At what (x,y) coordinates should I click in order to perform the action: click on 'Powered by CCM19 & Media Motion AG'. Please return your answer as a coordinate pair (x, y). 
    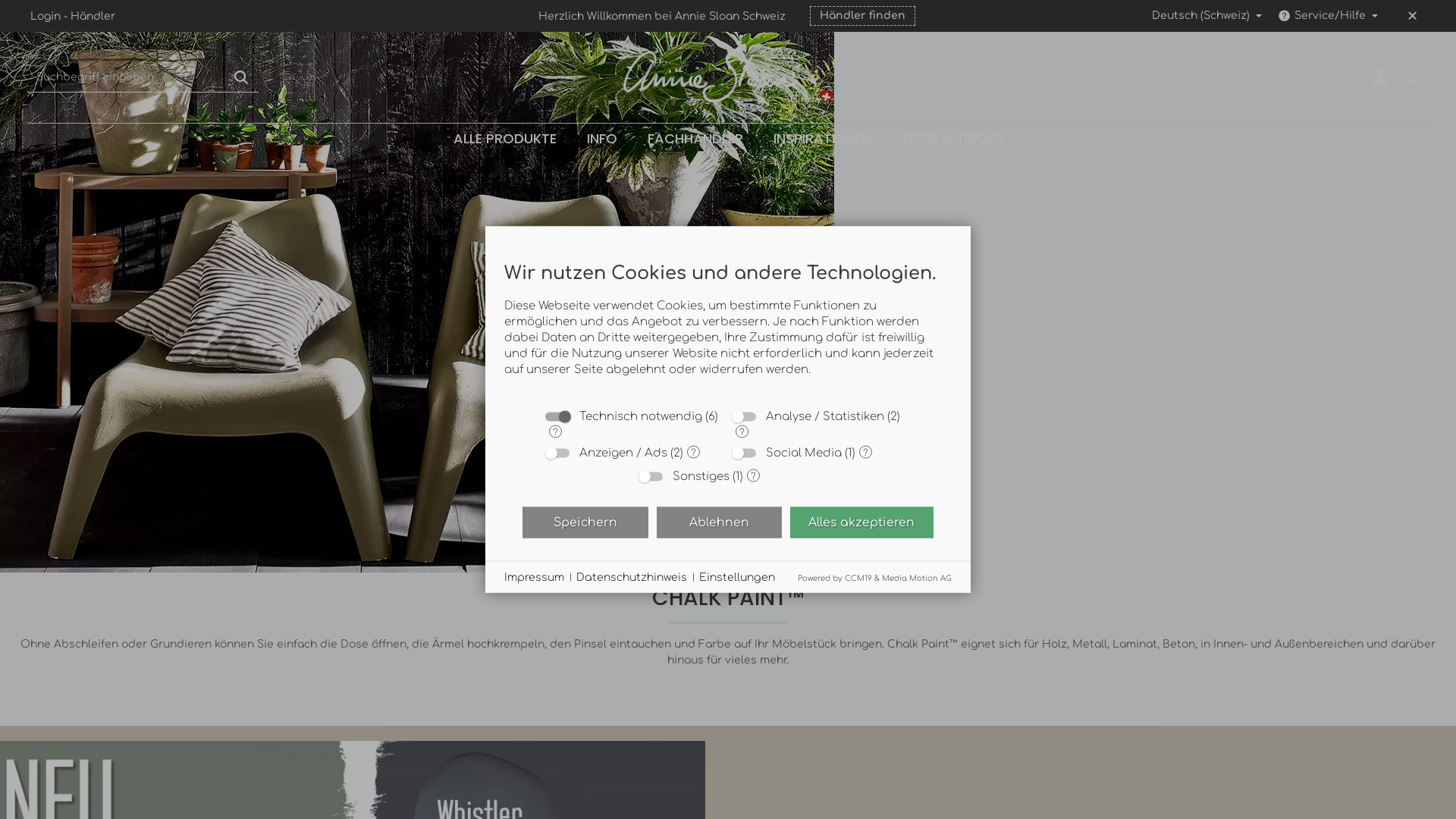
    Looking at the image, I should click on (874, 577).